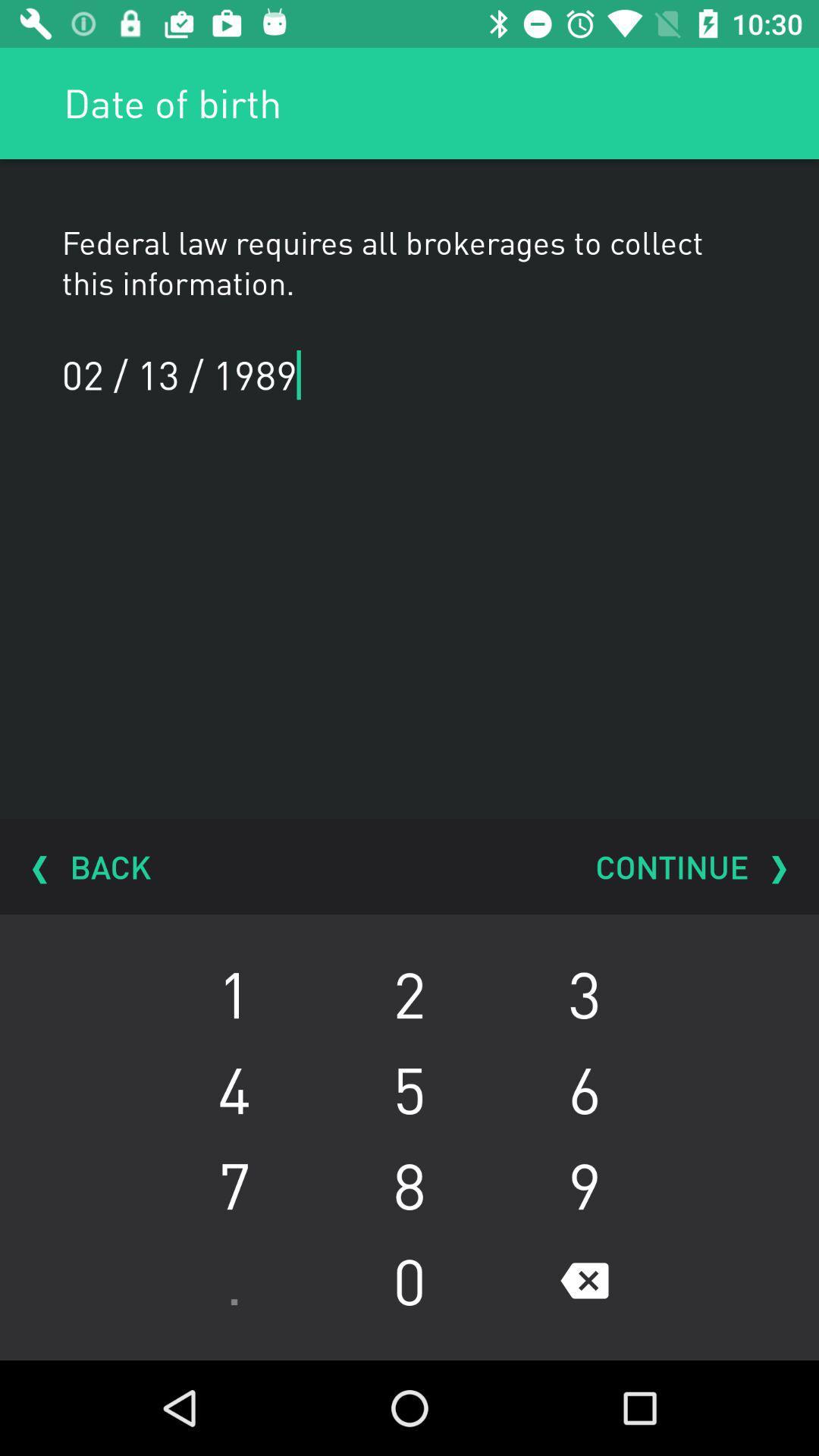 The height and width of the screenshot is (1456, 819). What do you see at coordinates (234, 1185) in the screenshot?
I see `7 icon` at bounding box center [234, 1185].